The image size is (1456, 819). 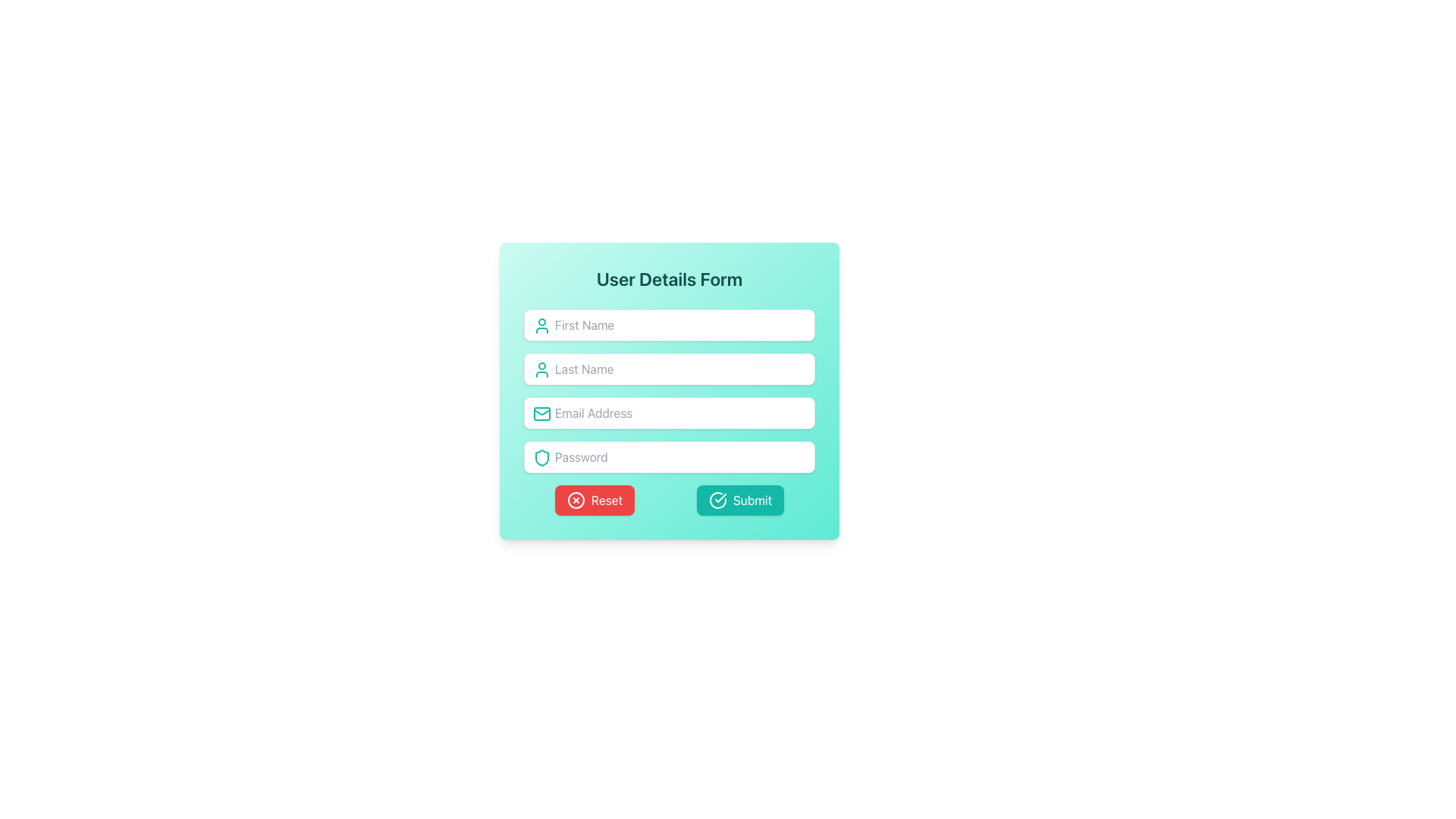 What do you see at coordinates (575, 500) in the screenshot?
I see `the circular graphical decoration that symbolizes the Reset operation, located at the bottom-left corner of the form` at bounding box center [575, 500].